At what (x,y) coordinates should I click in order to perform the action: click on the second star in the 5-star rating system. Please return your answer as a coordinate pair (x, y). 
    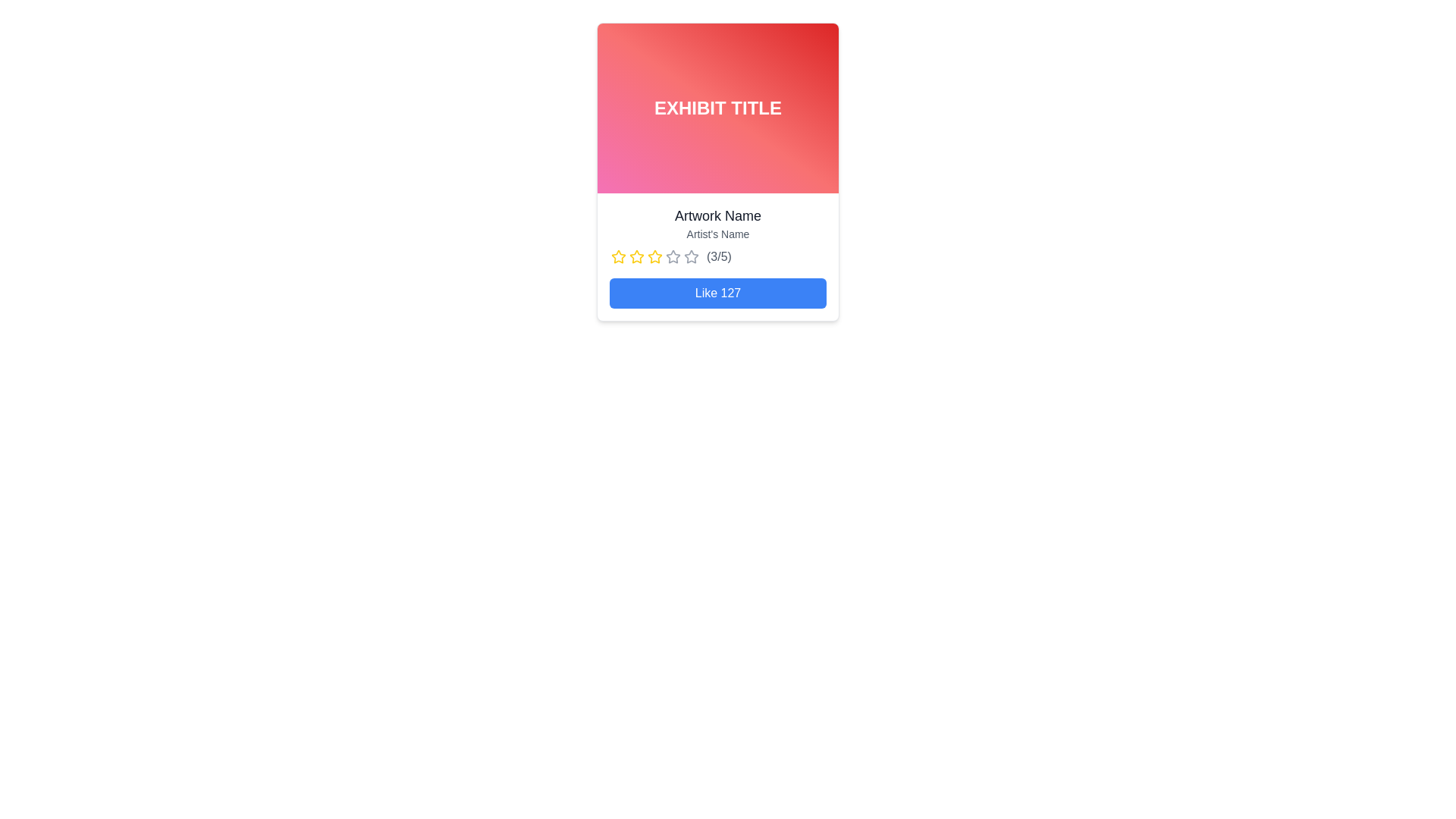
    Looking at the image, I should click on (637, 256).